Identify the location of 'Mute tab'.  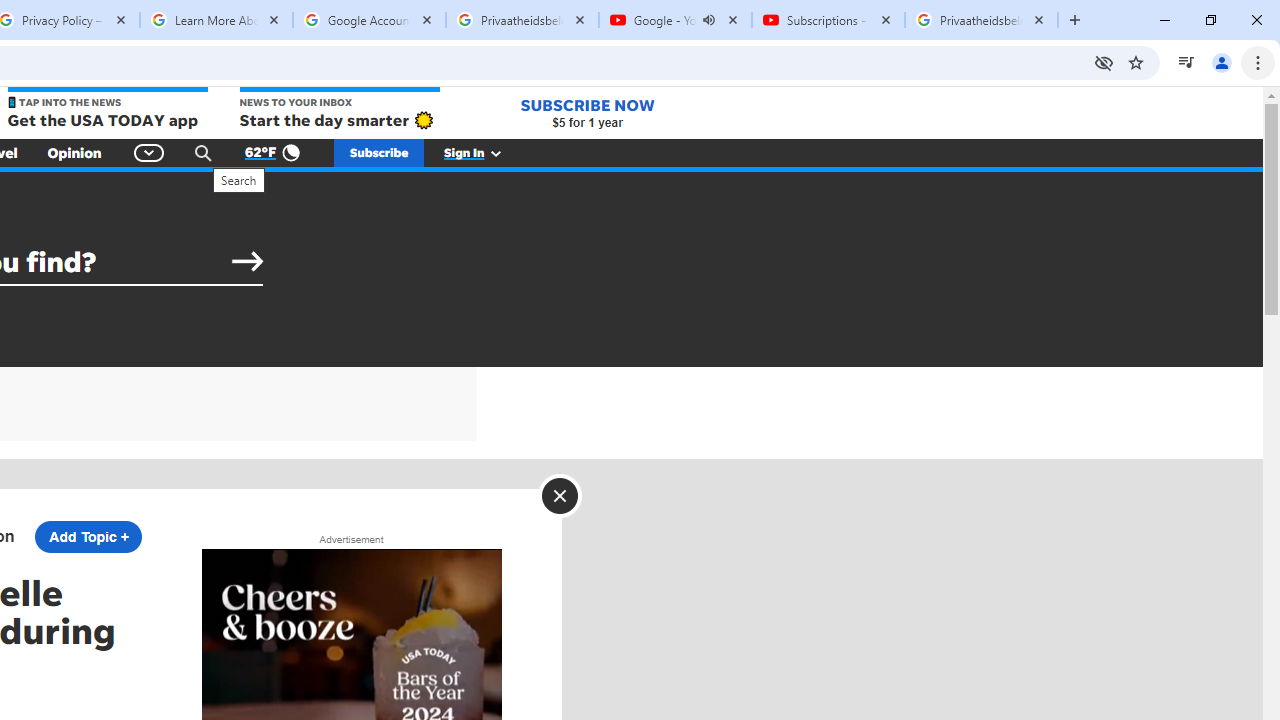
(709, 20).